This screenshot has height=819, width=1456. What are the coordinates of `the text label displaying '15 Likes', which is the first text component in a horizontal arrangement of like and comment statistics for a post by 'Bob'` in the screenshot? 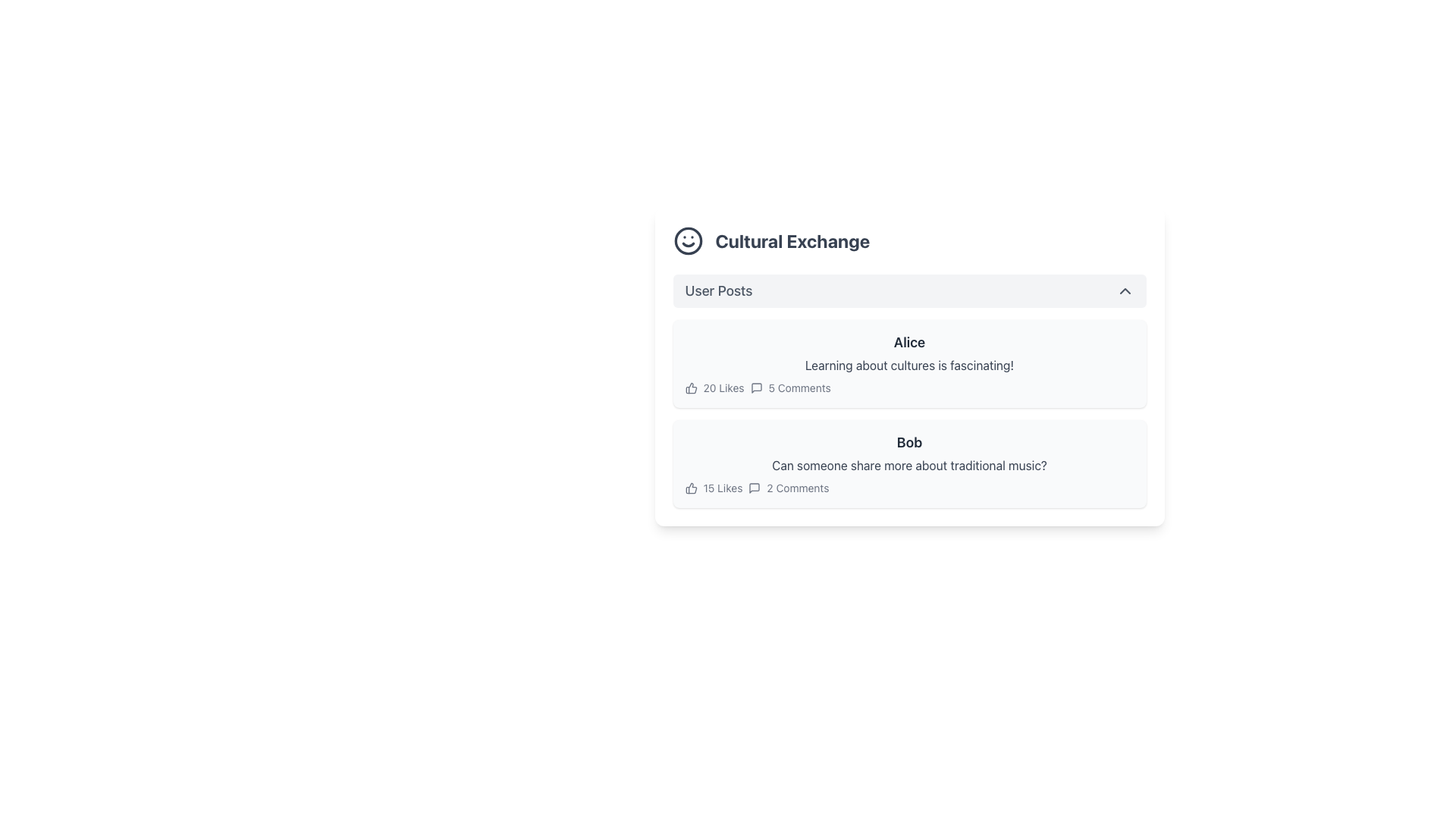 It's located at (722, 488).